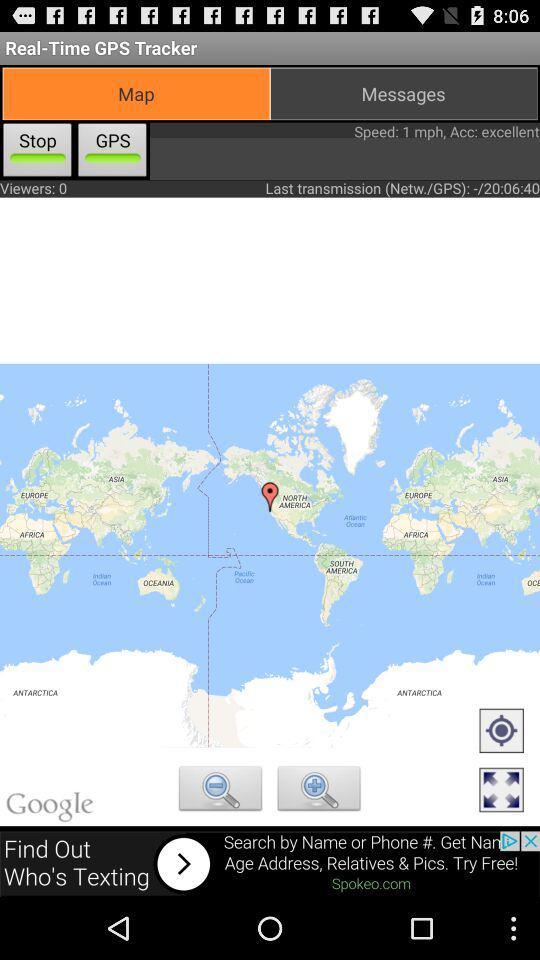  What do you see at coordinates (500, 731) in the screenshot?
I see `go` at bounding box center [500, 731].